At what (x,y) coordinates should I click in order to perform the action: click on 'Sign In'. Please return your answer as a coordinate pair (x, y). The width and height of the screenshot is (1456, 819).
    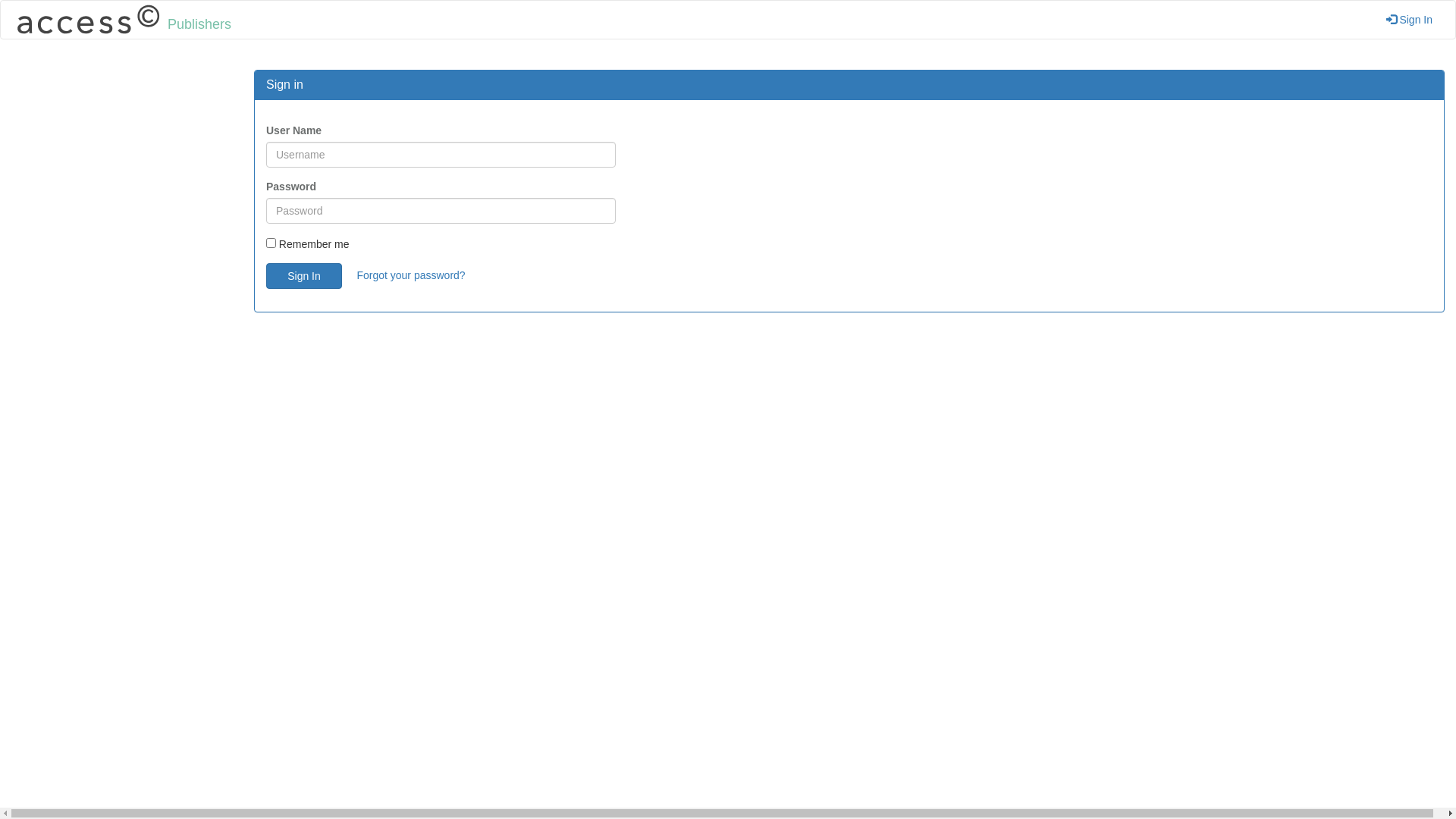
    Looking at the image, I should click on (1408, 20).